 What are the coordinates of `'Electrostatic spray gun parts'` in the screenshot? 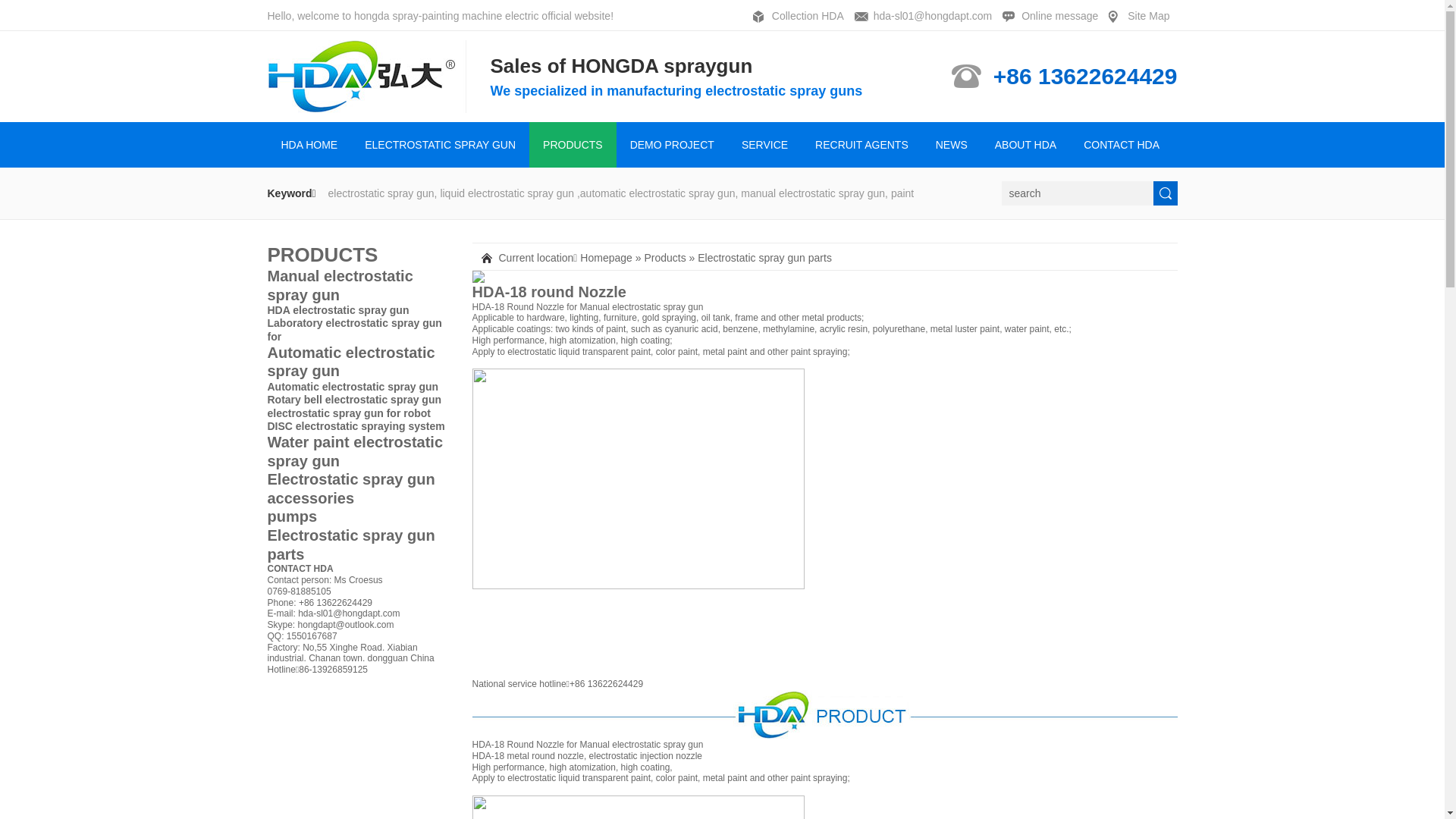 It's located at (764, 256).